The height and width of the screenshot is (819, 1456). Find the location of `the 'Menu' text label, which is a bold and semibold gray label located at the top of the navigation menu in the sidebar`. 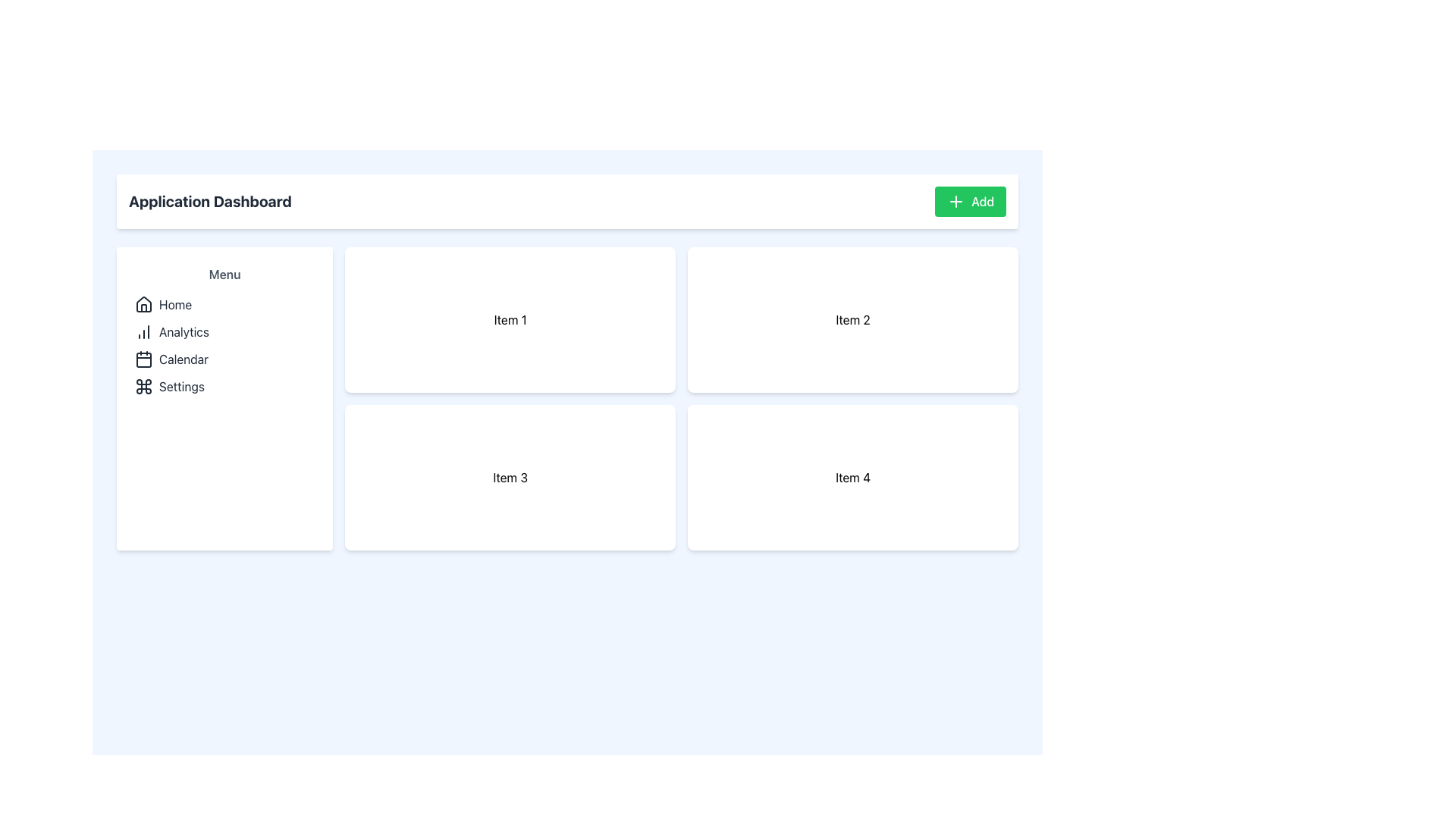

the 'Menu' text label, which is a bold and semibold gray label located at the top of the navigation menu in the sidebar is located at coordinates (224, 275).